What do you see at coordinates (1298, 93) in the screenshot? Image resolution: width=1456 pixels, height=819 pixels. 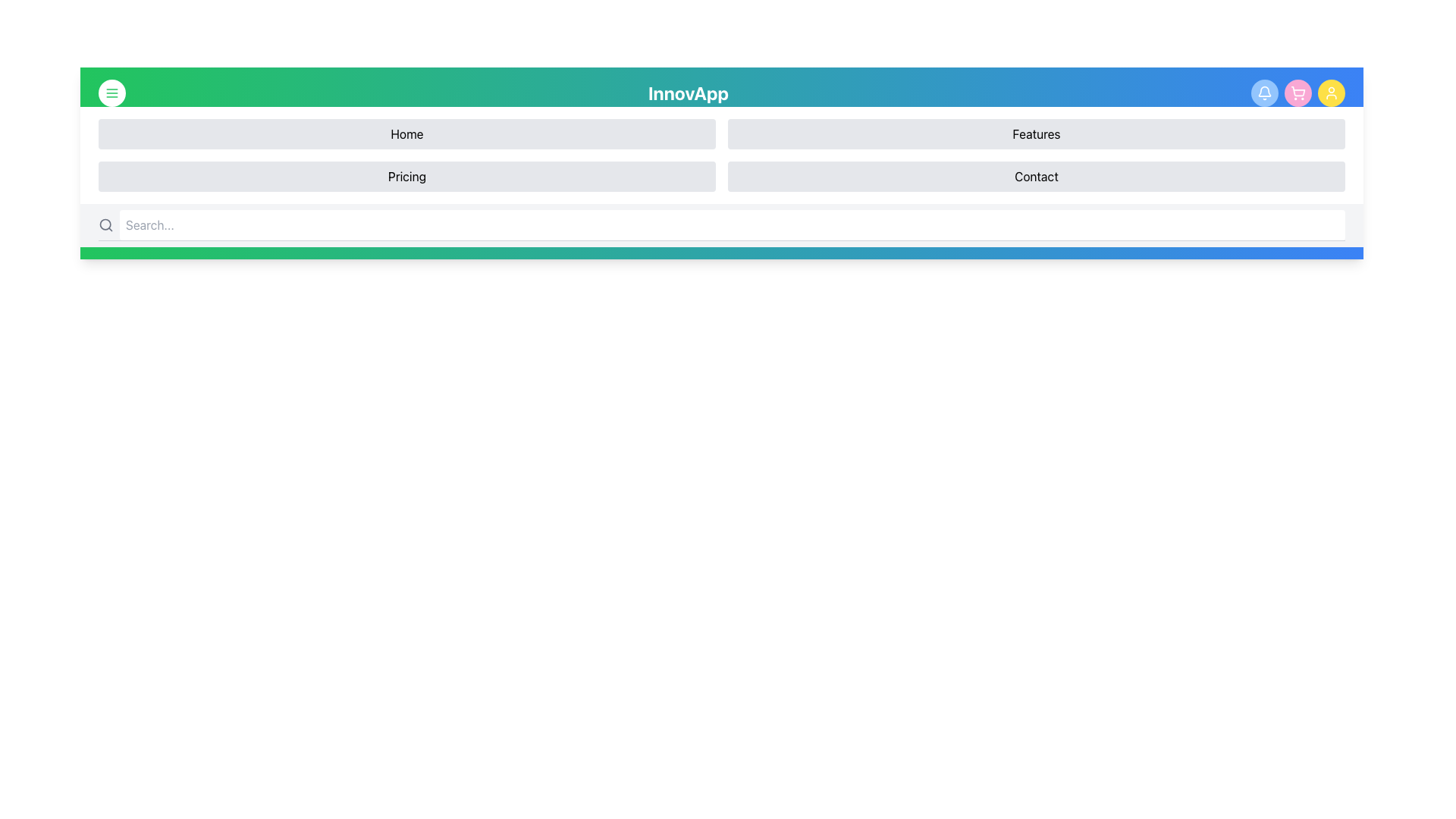 I see `the circular pink button featuring a white shopping cart icon using keyboard navigation` at bounding box center [1298, 93].